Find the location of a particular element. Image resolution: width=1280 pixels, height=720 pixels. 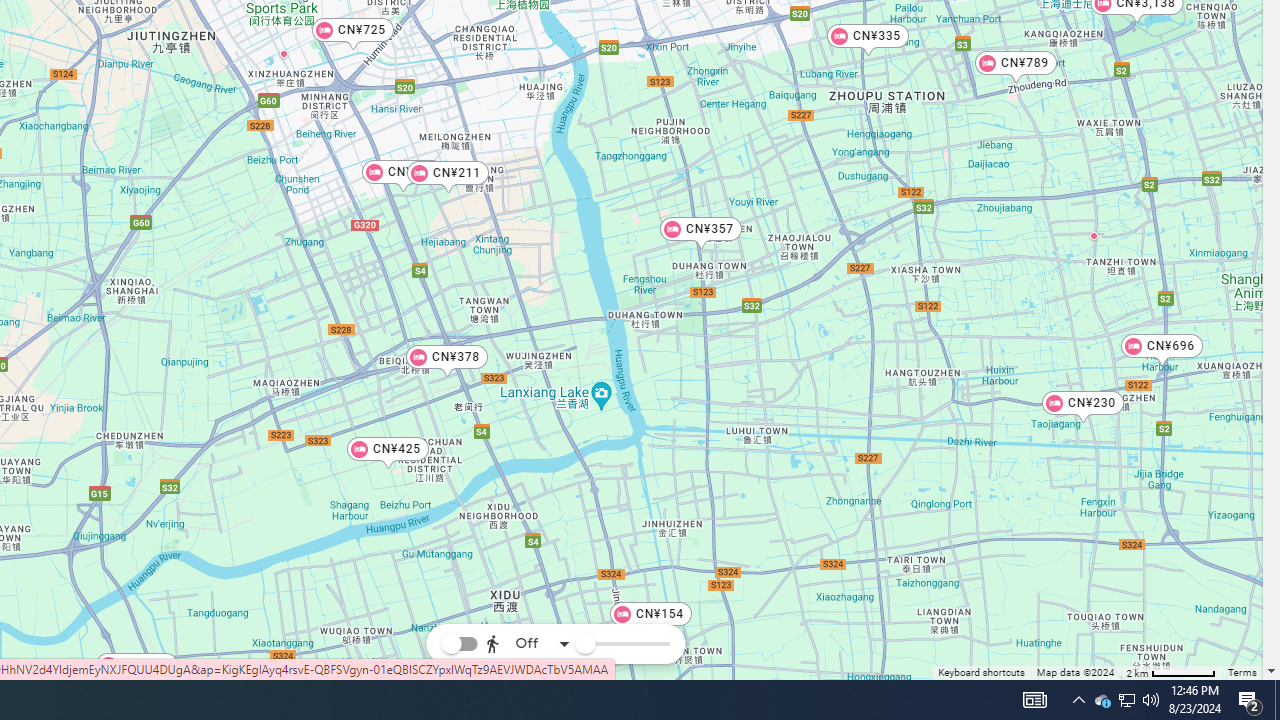

'Map Scale: 2 km per 61 pixels' is located at coordinates (1171, 672).